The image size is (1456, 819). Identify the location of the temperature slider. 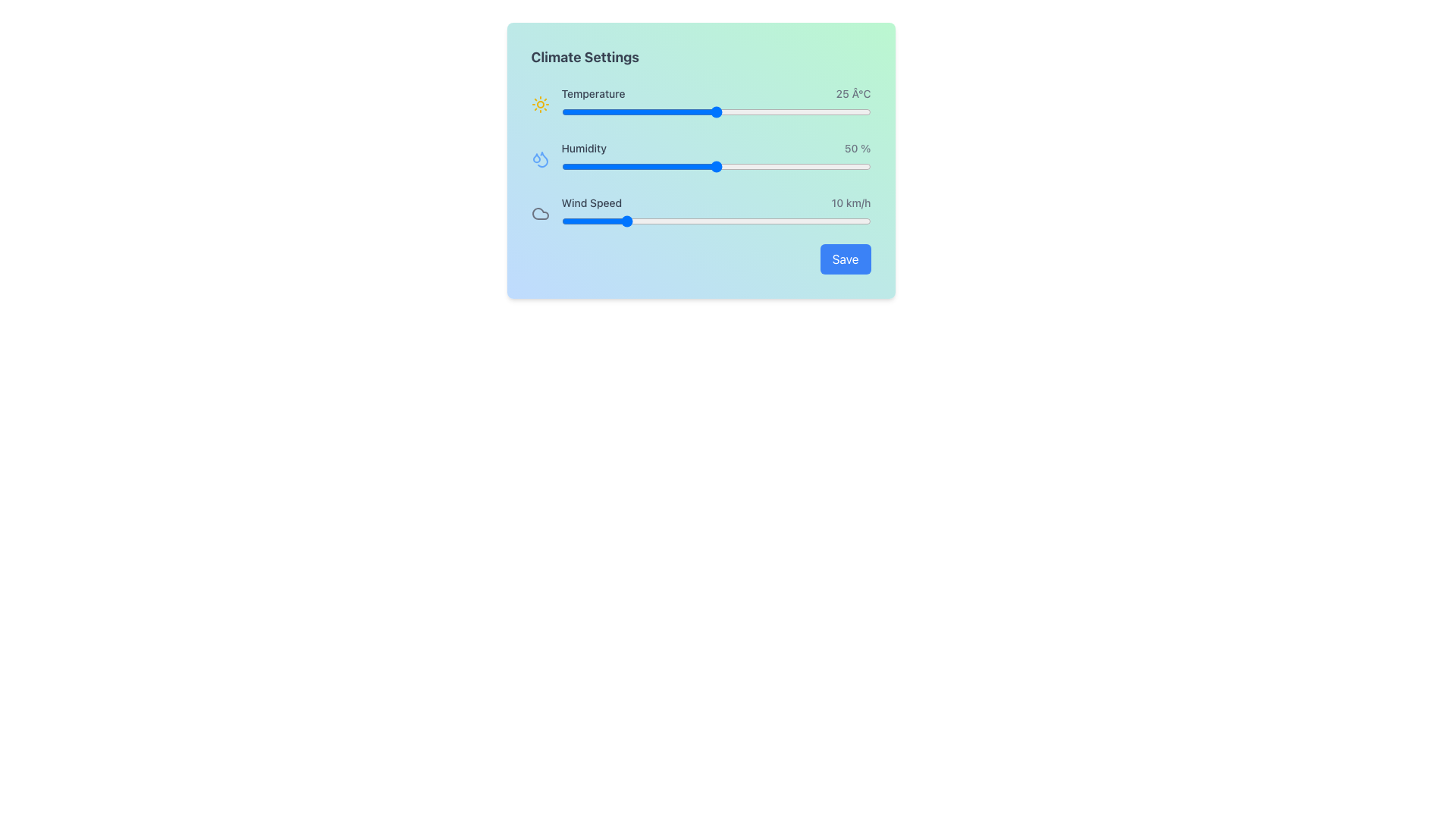
(678, 111).